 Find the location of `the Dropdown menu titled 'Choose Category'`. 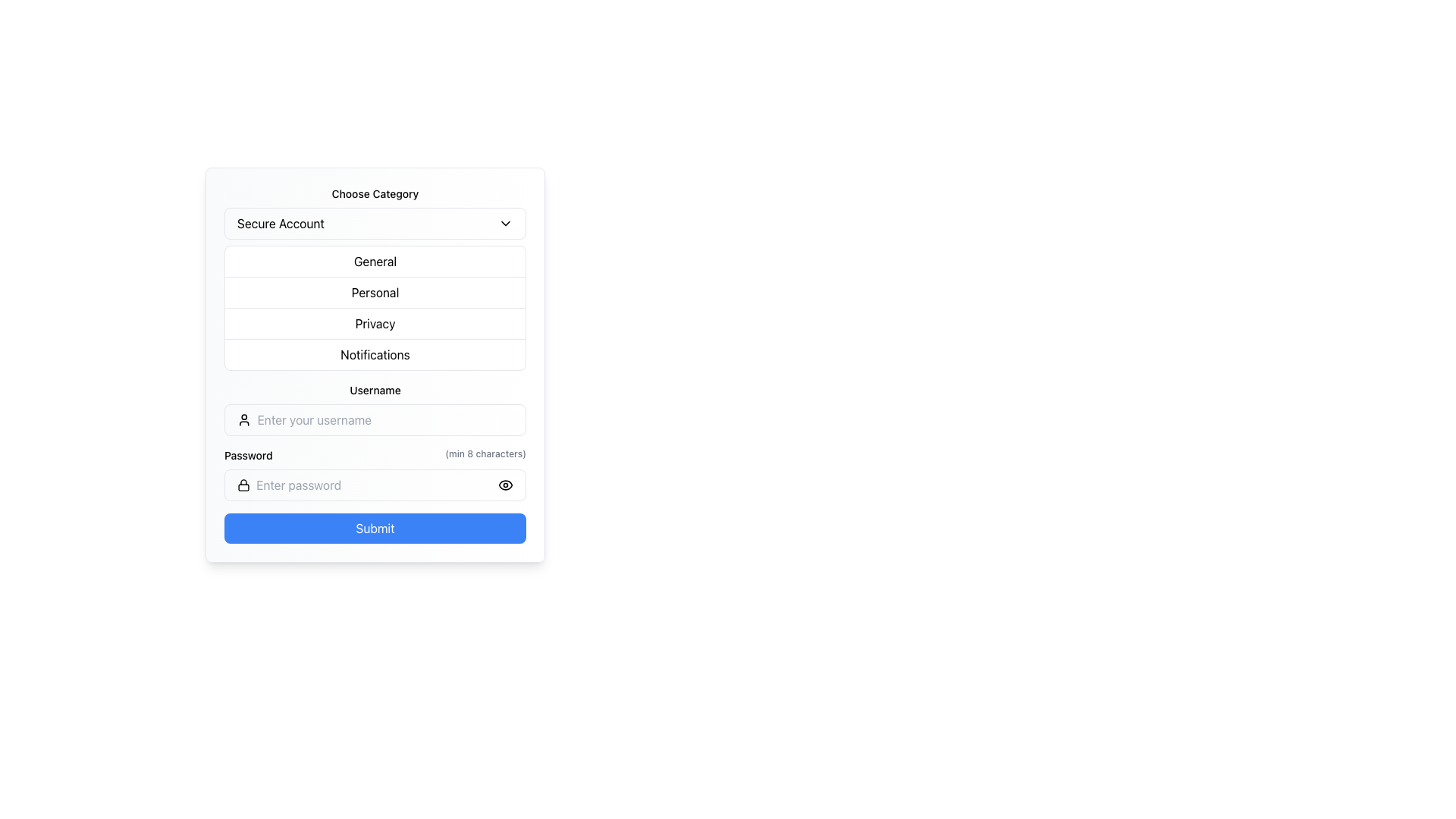

the Dropdown menu titled 'Choose Category' is located at coordinates (375, 278).